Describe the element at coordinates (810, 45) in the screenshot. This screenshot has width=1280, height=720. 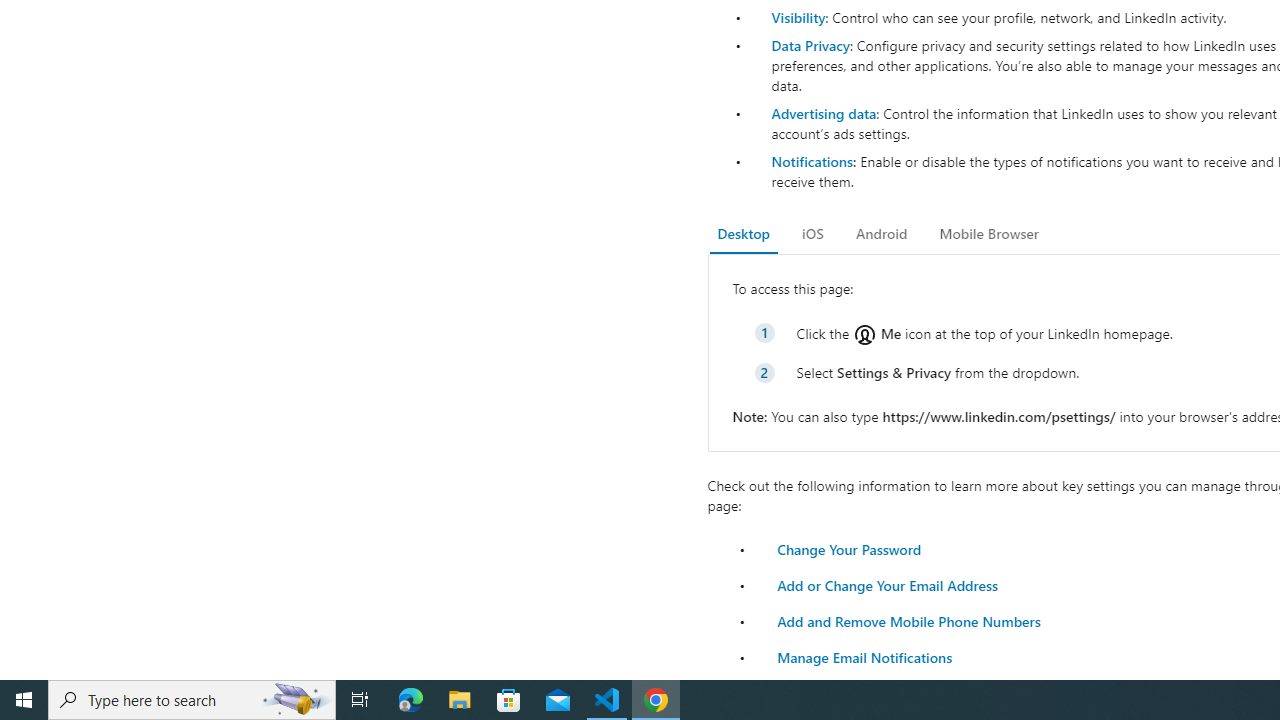
I see `'Data Privacy'` at that location.